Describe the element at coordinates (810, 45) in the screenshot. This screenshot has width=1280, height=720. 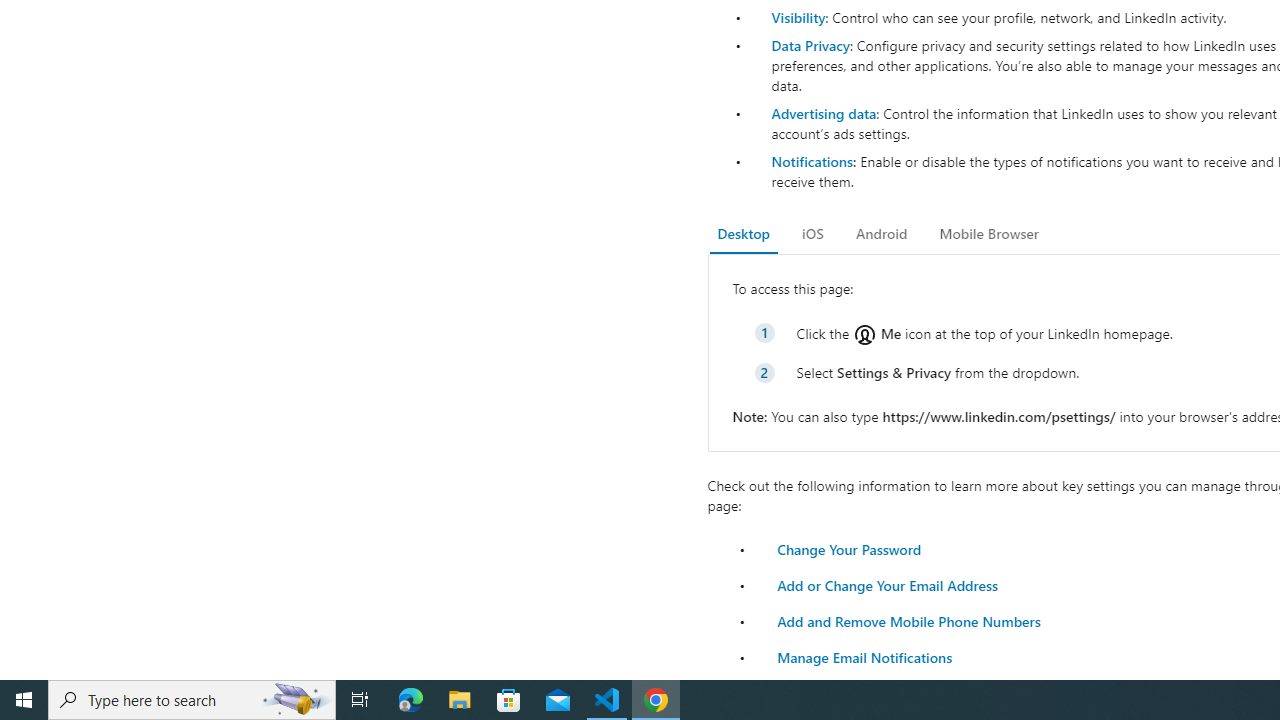
I see `'Data Privacy'` at that location.